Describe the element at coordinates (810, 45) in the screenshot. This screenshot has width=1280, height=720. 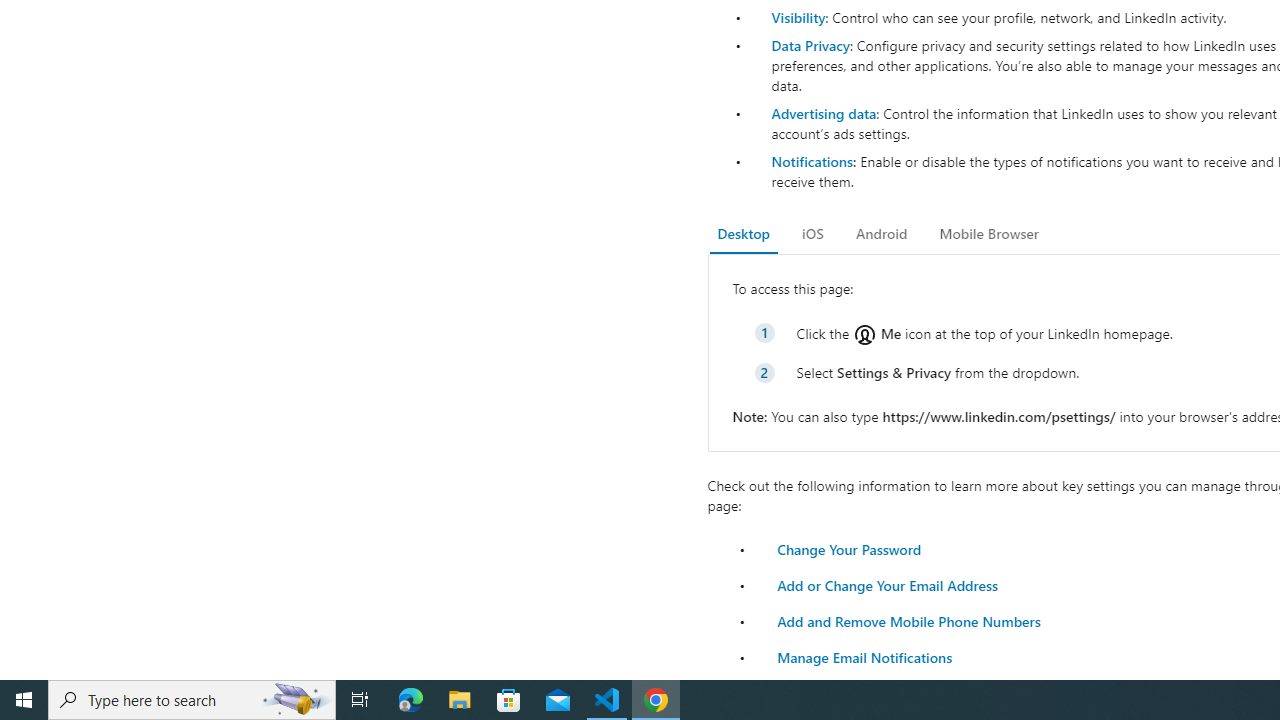
I see `'Data Privacy'` at that location.